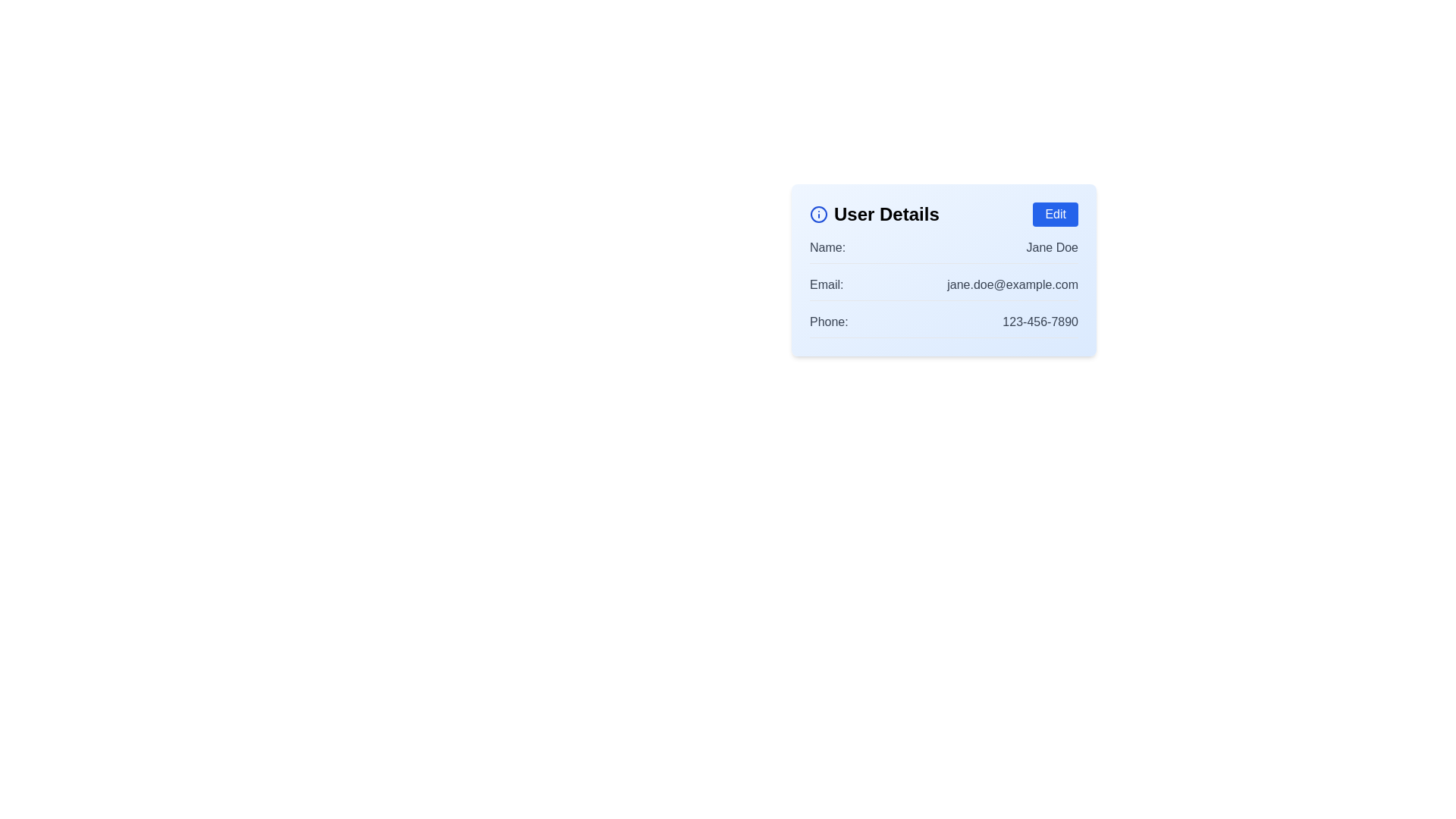  I want to click on the static text displaying the email address 'jane.doe@example.com' located in the 'User Details' section, next to the label 'Email:', so click(1012, 284).